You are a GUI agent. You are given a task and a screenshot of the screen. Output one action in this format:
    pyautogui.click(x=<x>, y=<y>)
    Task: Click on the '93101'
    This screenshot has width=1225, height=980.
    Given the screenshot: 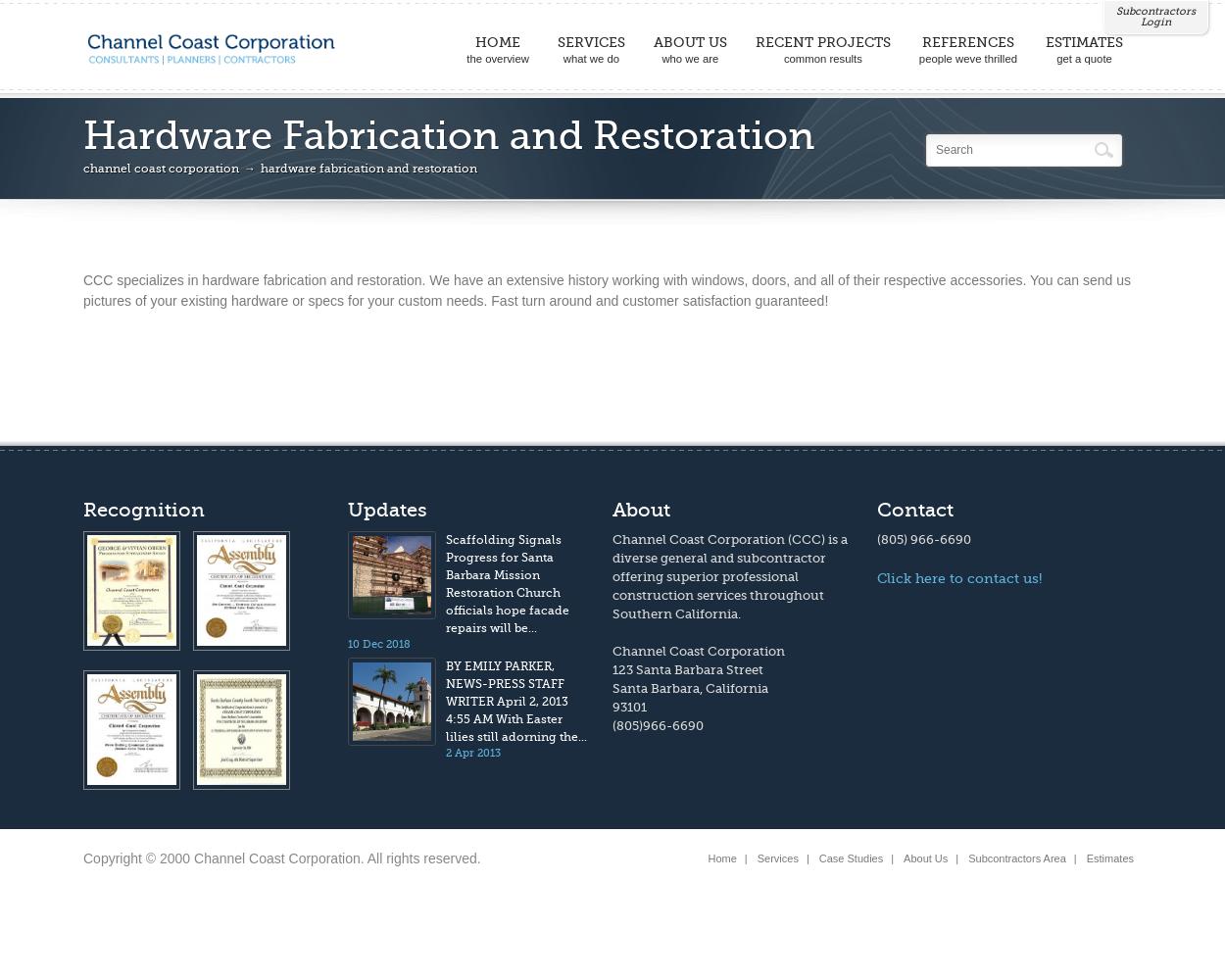 What is the action you would take?
    pyautogui.click(x=612, y=706)
    